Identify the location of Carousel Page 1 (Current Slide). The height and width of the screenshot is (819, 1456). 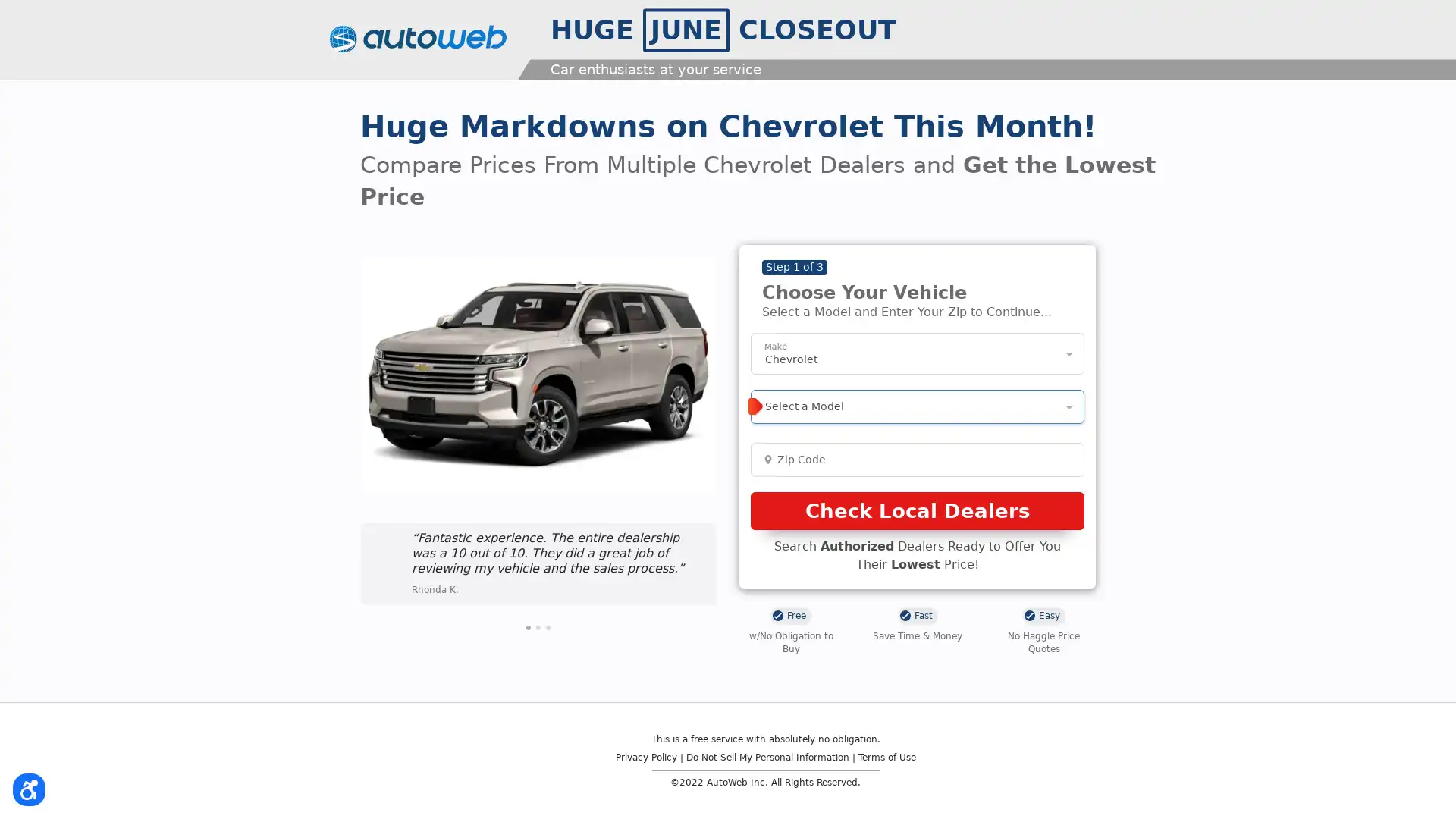
(528, 626).